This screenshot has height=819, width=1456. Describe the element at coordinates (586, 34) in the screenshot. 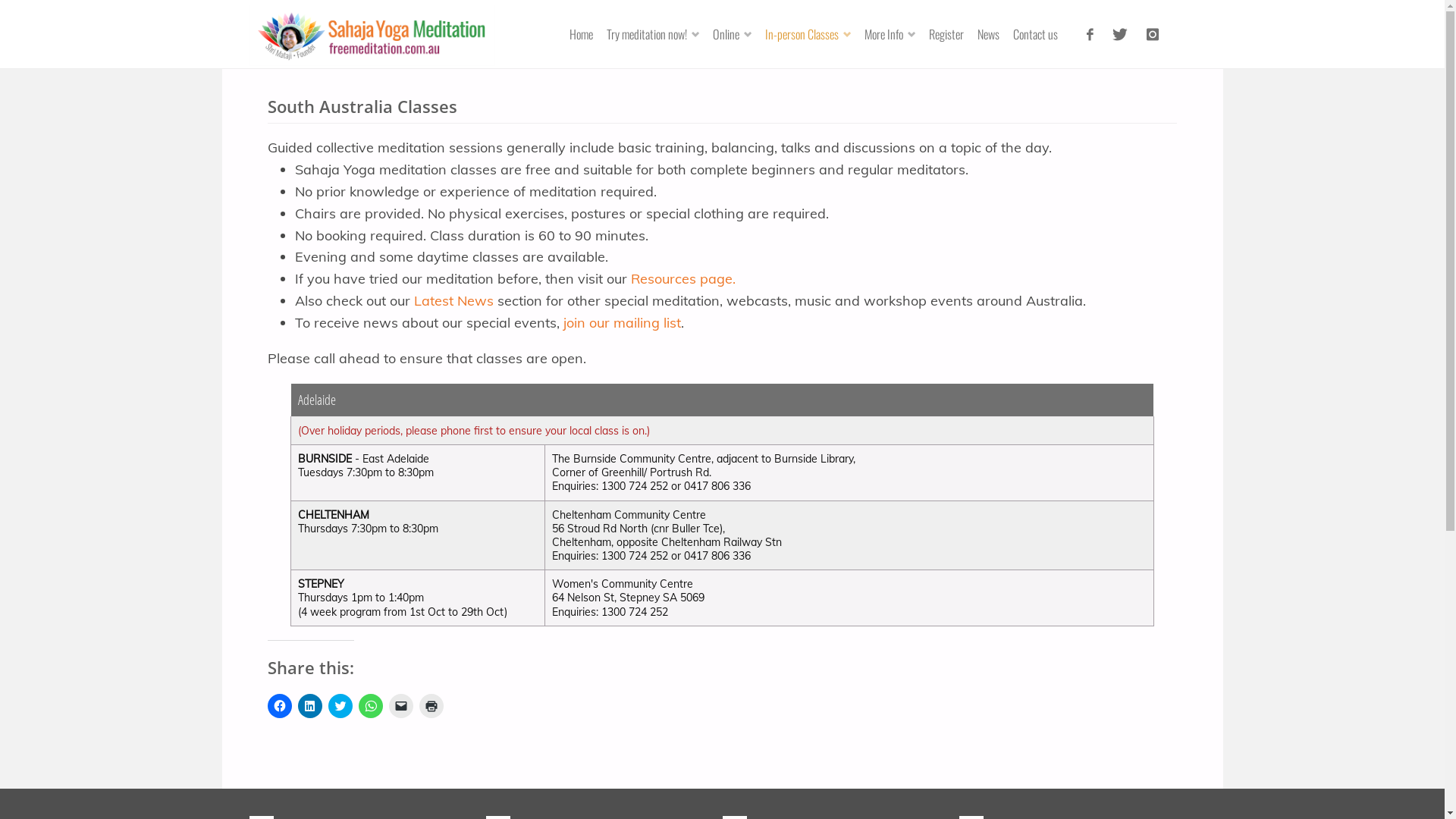

I see `'Home'` at that location.